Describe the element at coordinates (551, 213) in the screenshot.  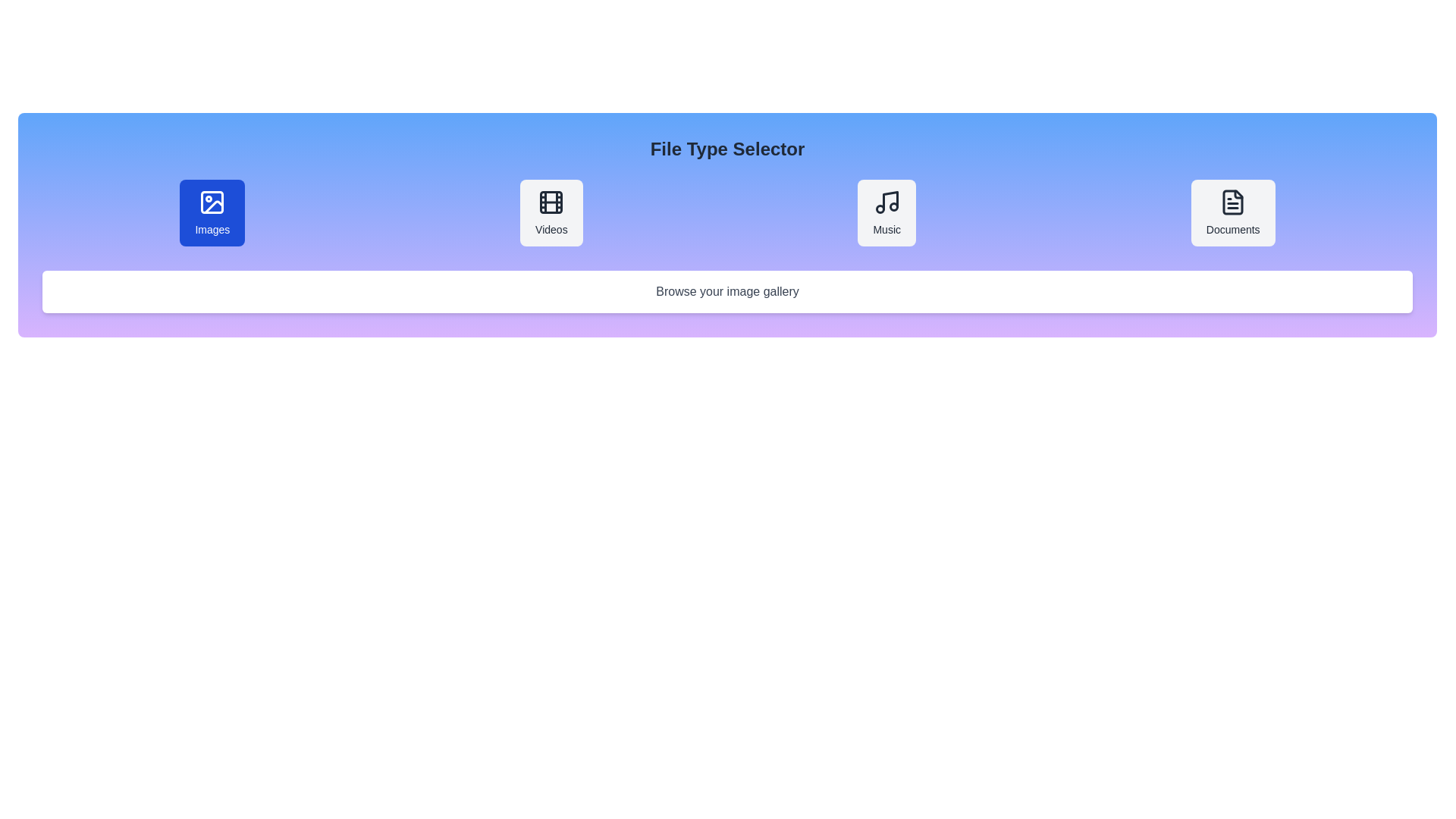
I see `the button corresponding to the file type Videos` at that location.